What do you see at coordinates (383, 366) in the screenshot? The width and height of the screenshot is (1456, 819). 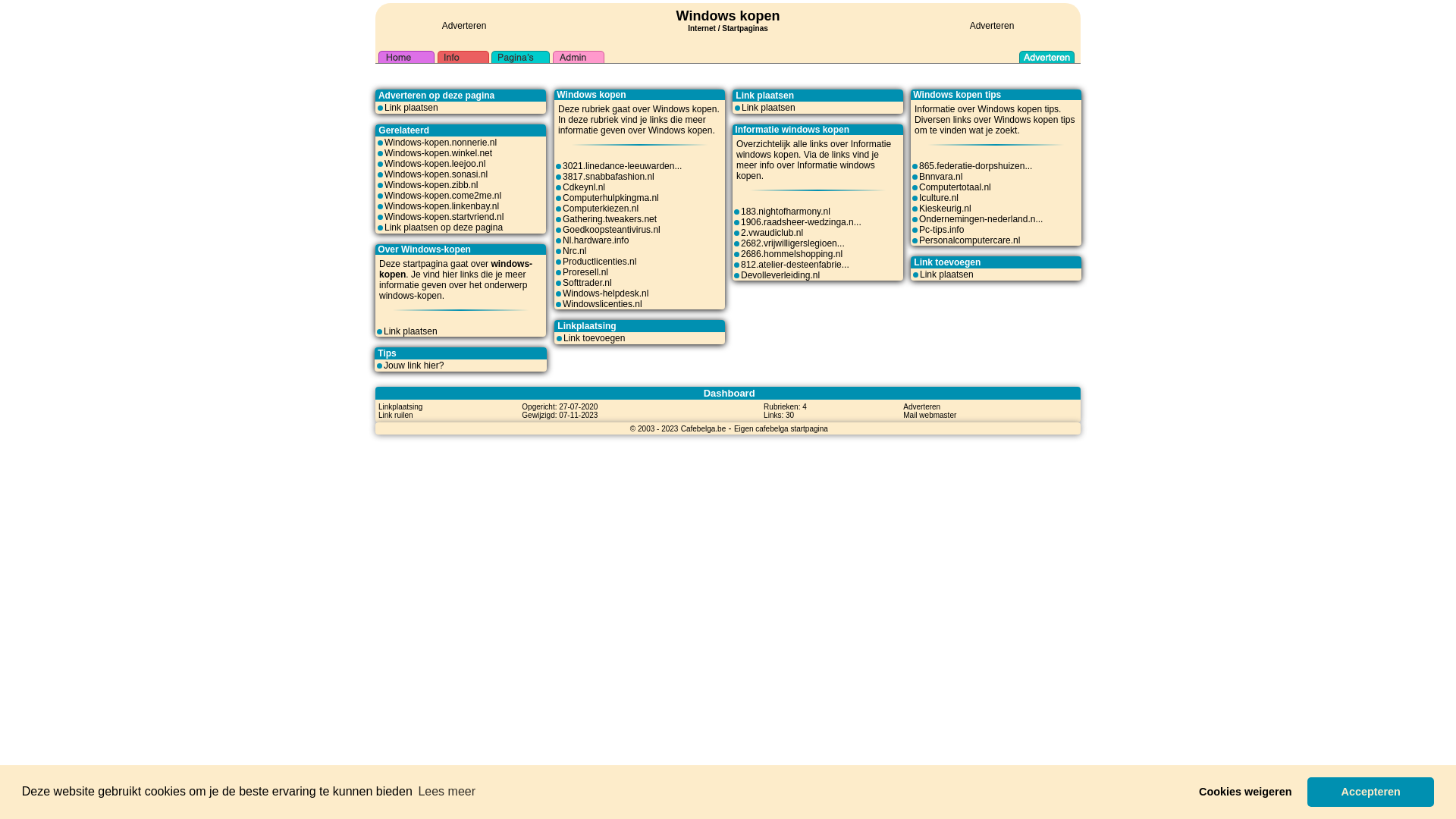 I see `'Jouw link hier?'` at bounding box center [383, 366].